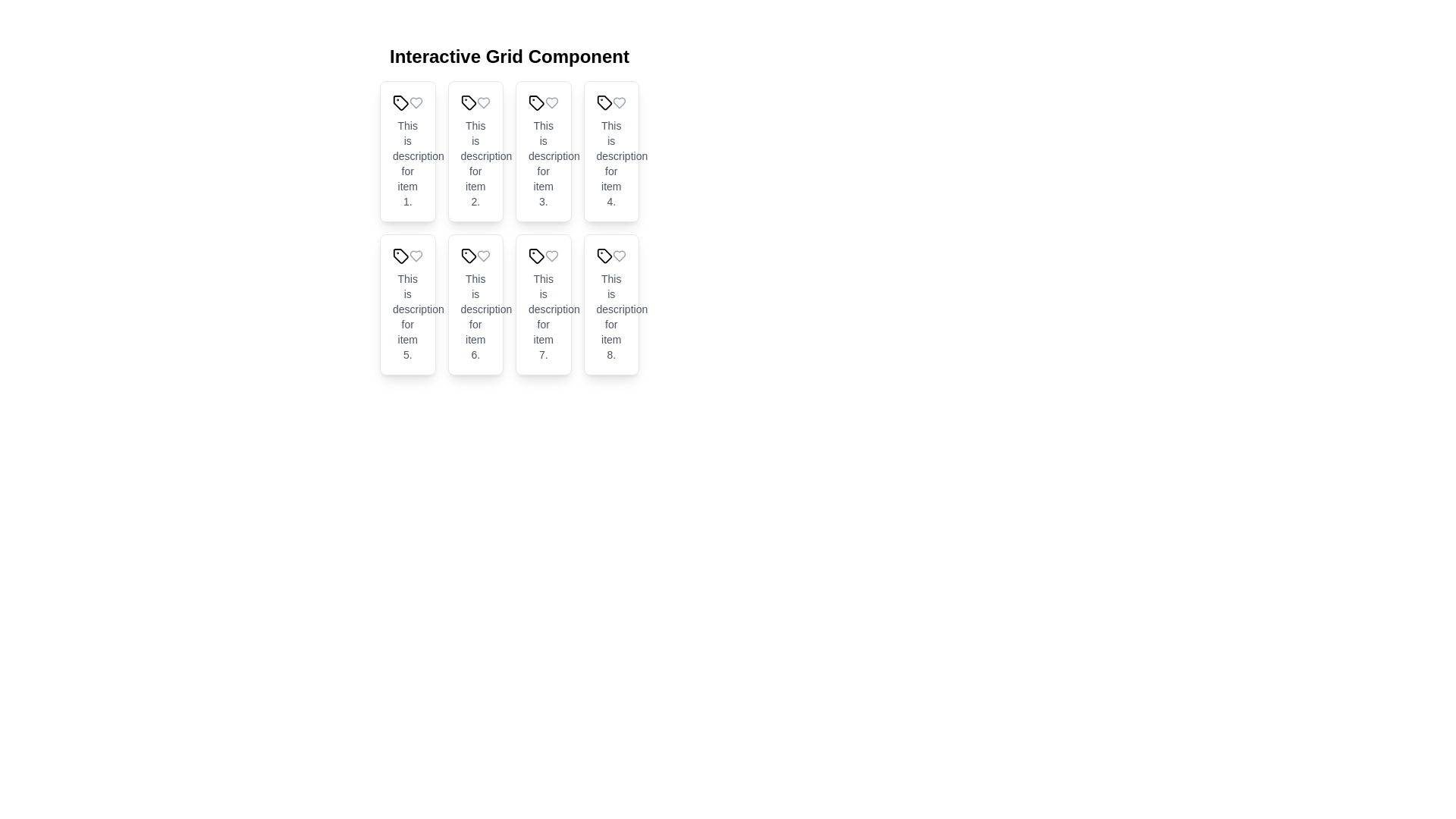 The width and height of the screenshot is (1456, 819). What do you see at coordinates (468, 102) in the screenshot?
I see `the SVG graphic shaped as a tag, which represents a tag-related action for the 'Tile 2' item, located in the top row, second column of the grid layout` at bounding box center [468, 102].